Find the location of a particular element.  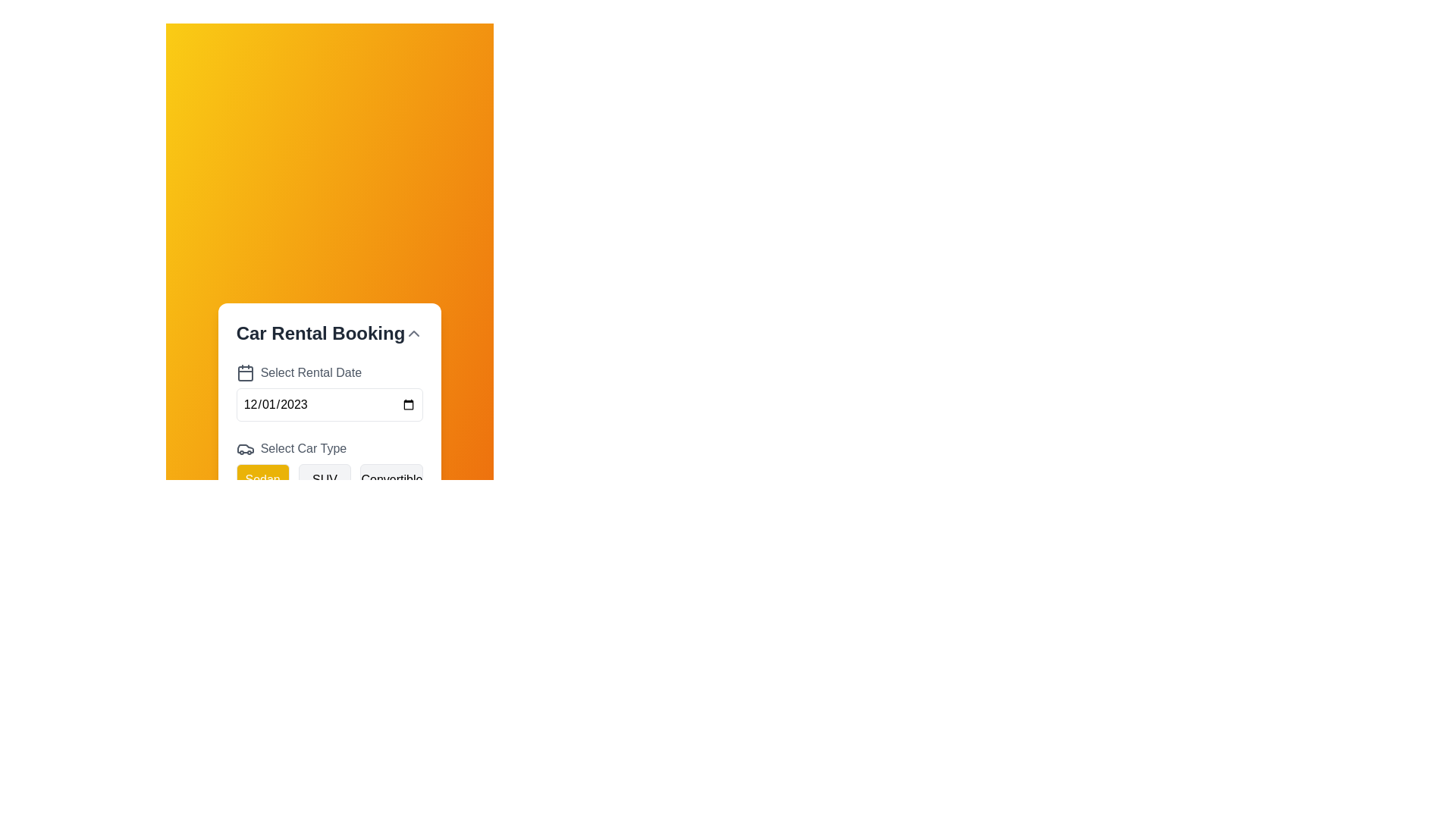

the 'Convertible' button, which is the third button in the 'Select Car Type' section is located at coordinates (391, 479).